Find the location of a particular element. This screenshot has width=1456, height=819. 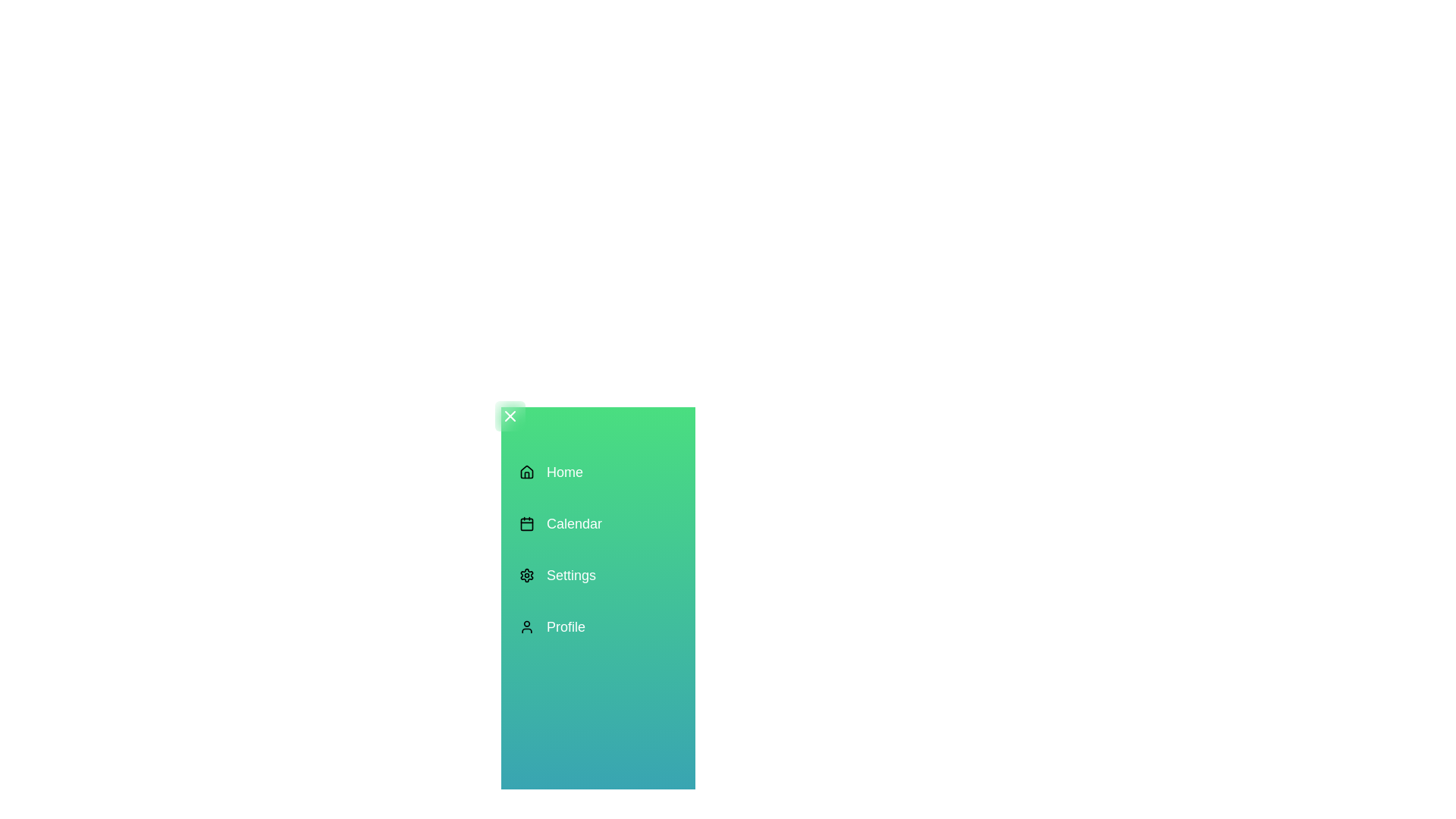

the 'Profile' menu item icon located on the left-side menu interface, positioned below the 'Settings' menu item icon is located at coordinates (527, 626).